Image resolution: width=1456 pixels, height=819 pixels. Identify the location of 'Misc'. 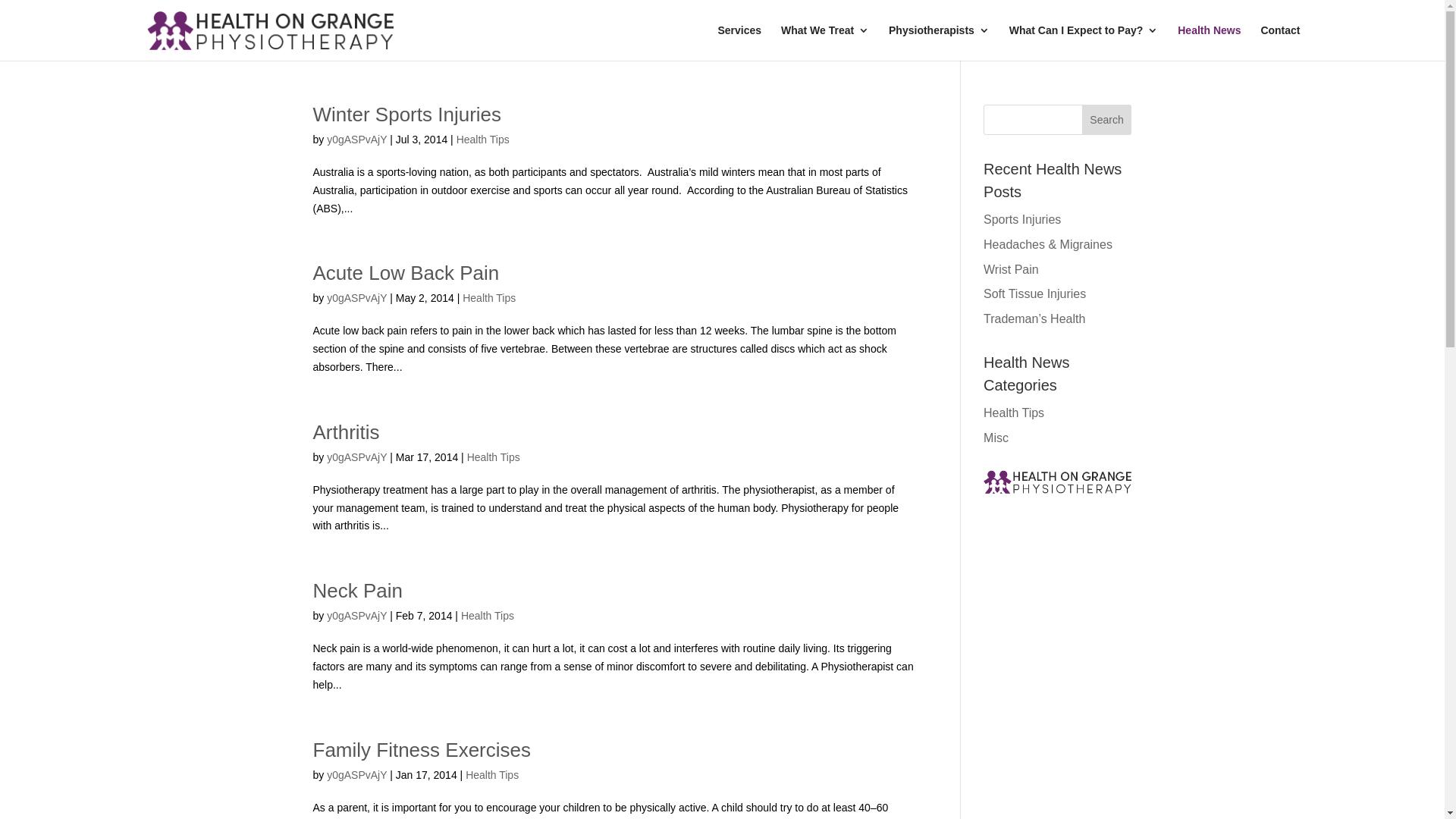
(983, 438).